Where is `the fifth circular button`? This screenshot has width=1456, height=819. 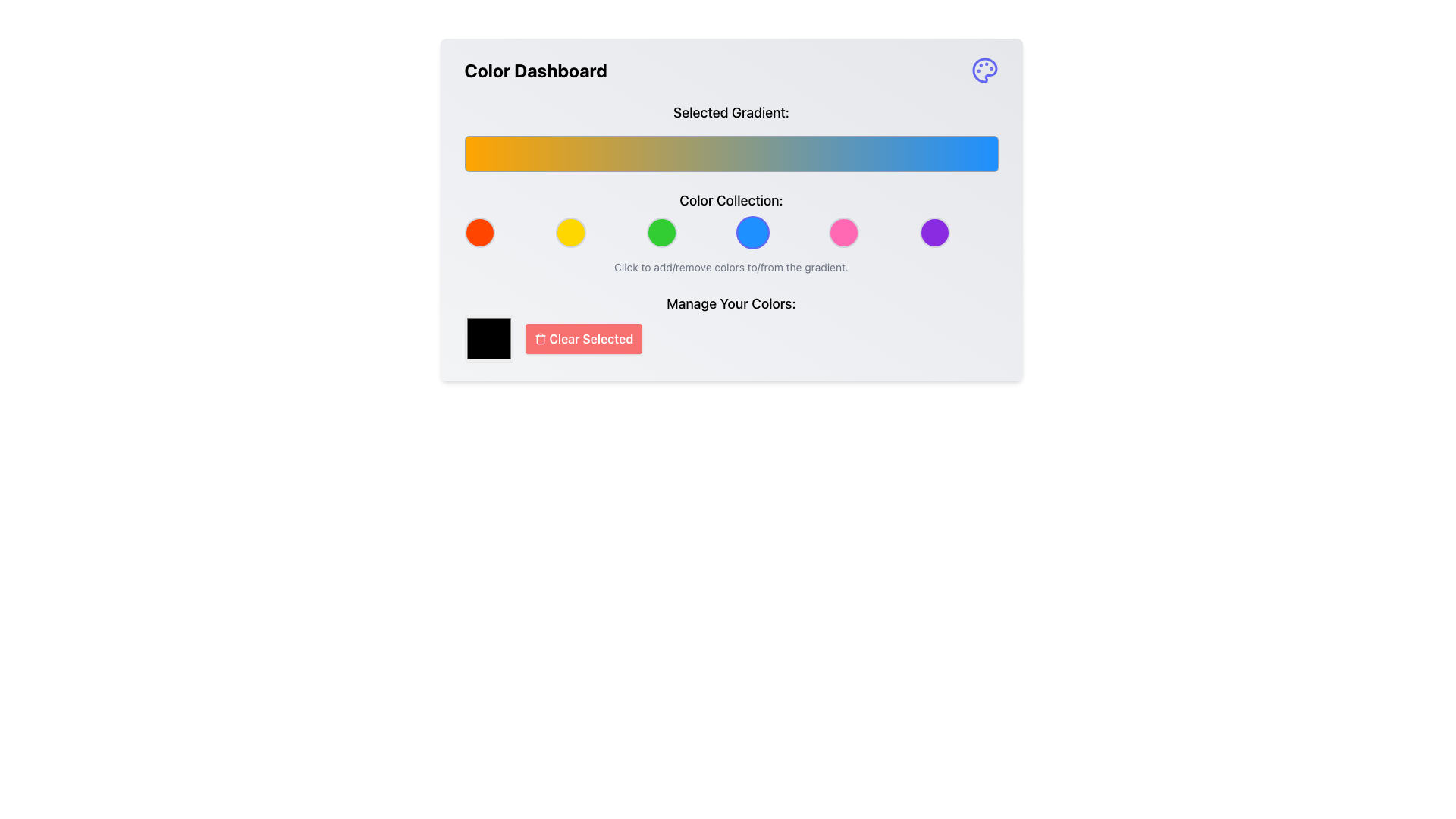
the fifth circular button is located at coordinates (843, 233).